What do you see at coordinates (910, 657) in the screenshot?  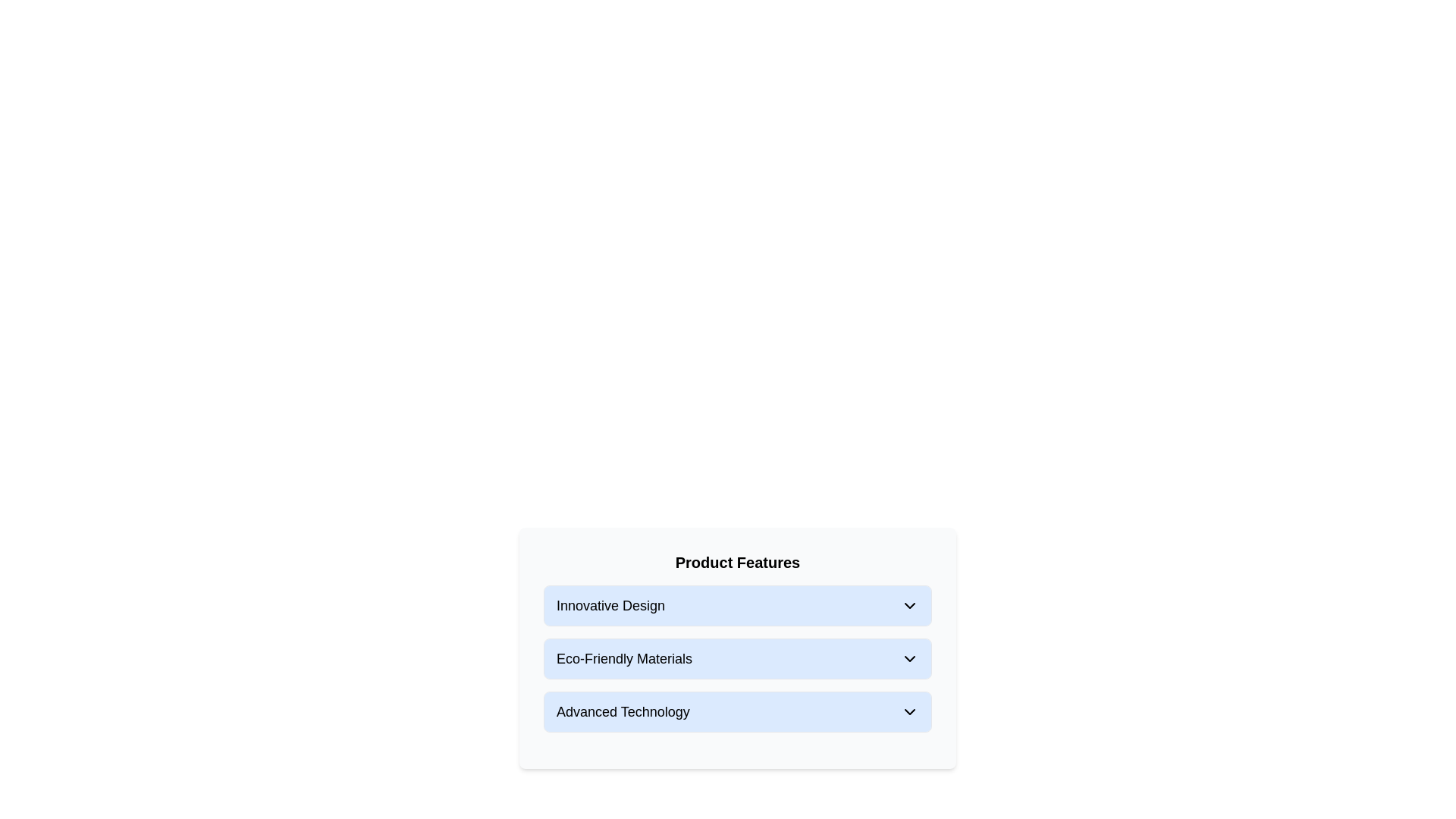 I see `the downward-pointing chevron icon next to the 'Eco-Friendly Materials' text` at bounding box center [910, 657].